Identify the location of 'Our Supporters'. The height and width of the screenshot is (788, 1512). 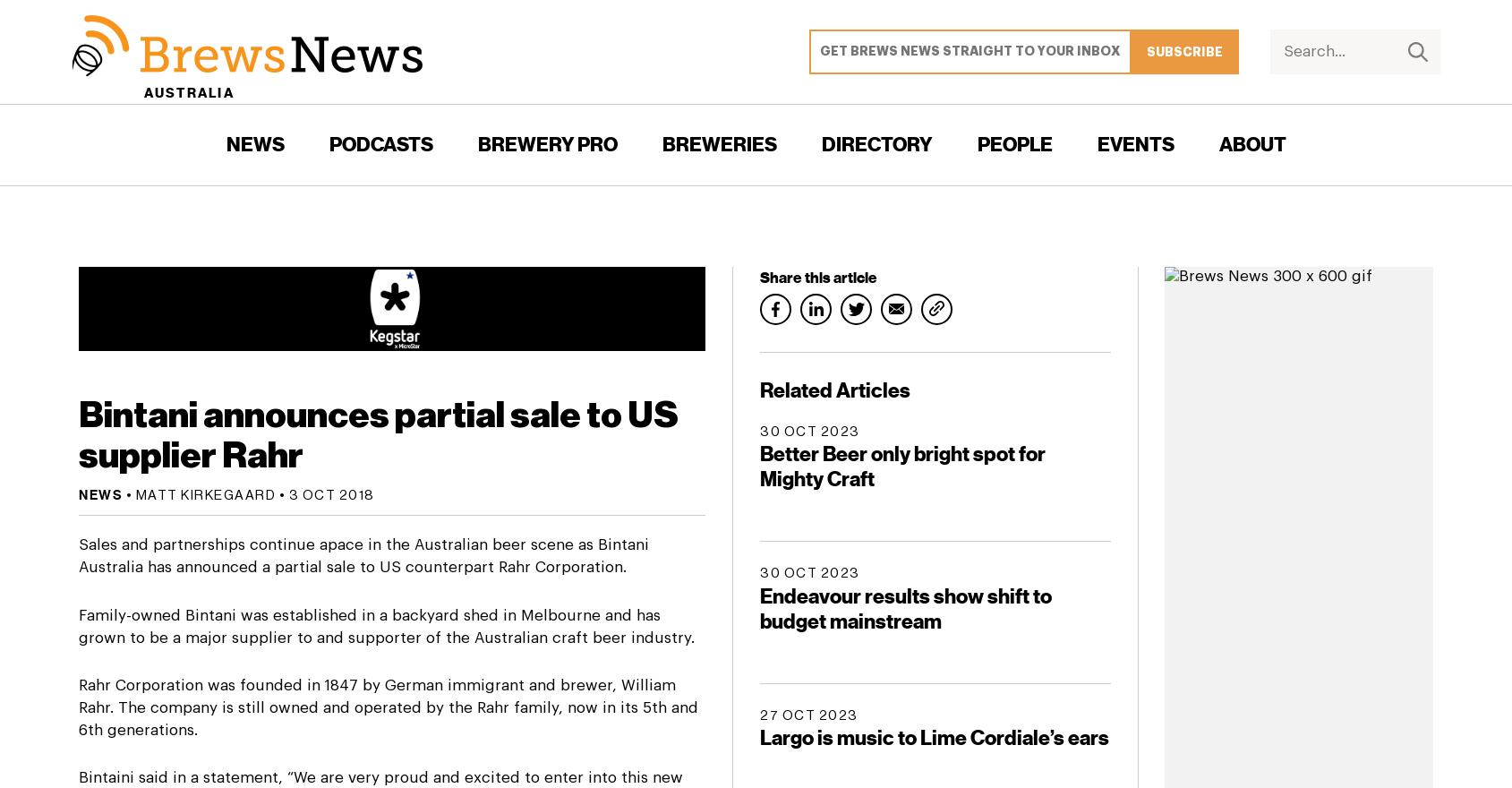
(1217, 338).